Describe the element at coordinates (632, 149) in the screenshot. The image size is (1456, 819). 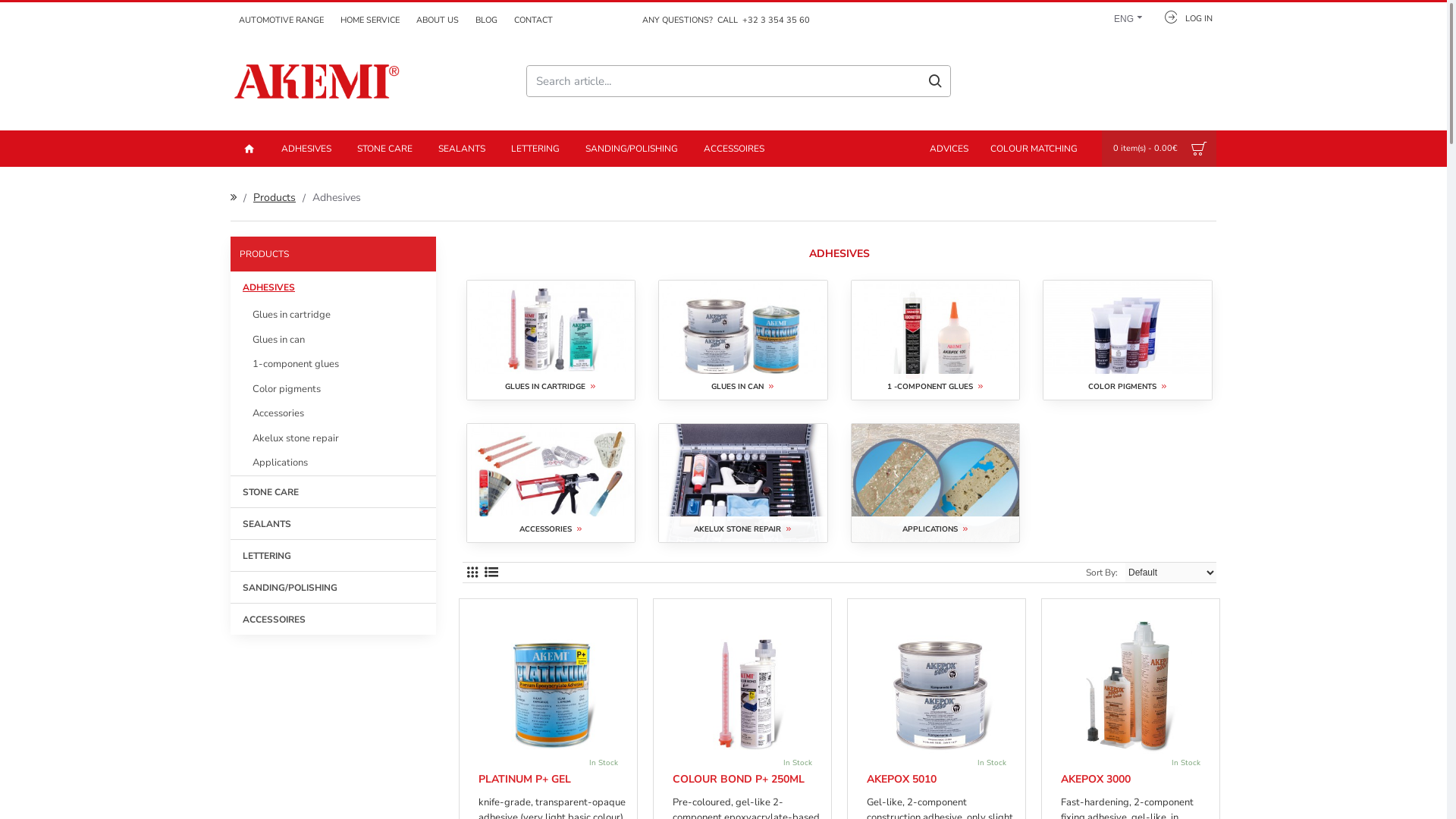
I see `'SANDING/POLISHING'` at that location.